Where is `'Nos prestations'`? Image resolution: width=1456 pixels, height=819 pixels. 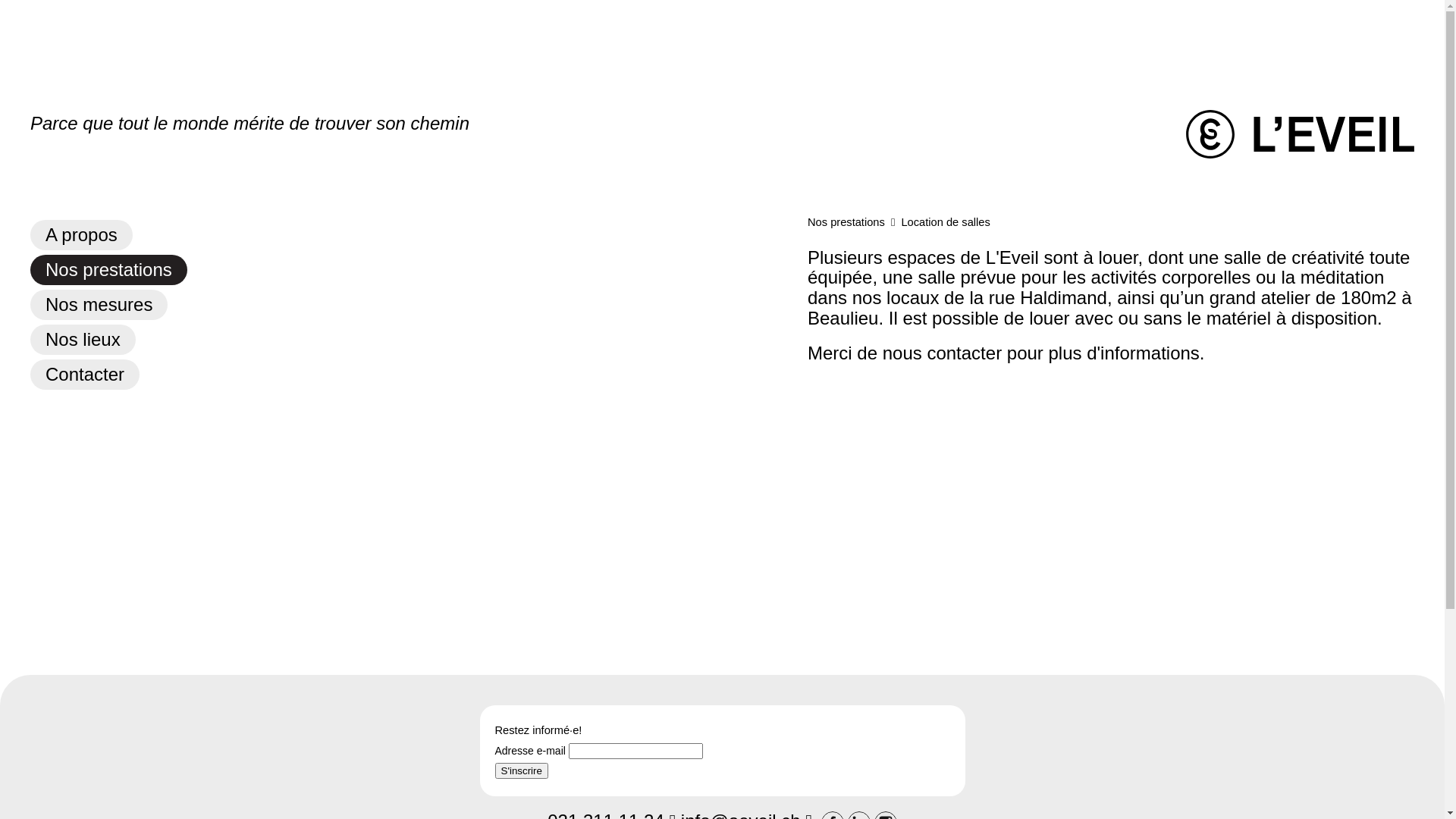
'Nos prestations' is located at coordinates (846, 222).